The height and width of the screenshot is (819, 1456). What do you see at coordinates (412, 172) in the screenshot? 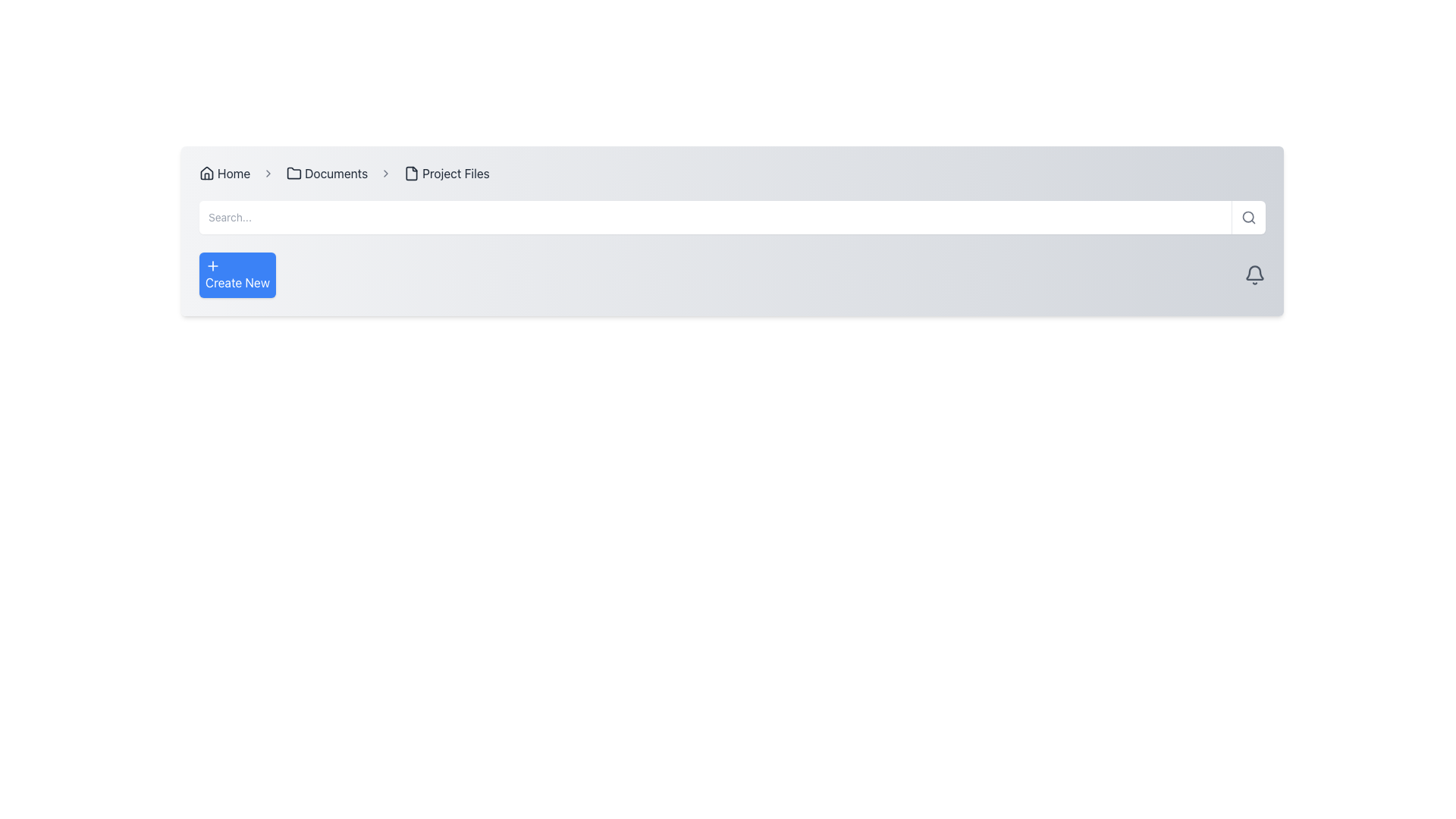
I see `the icon resembling a file or document in the breadcrumb navigation bar, positioned immediately before the text 'Project Files'` at bounding box center [412, 172].